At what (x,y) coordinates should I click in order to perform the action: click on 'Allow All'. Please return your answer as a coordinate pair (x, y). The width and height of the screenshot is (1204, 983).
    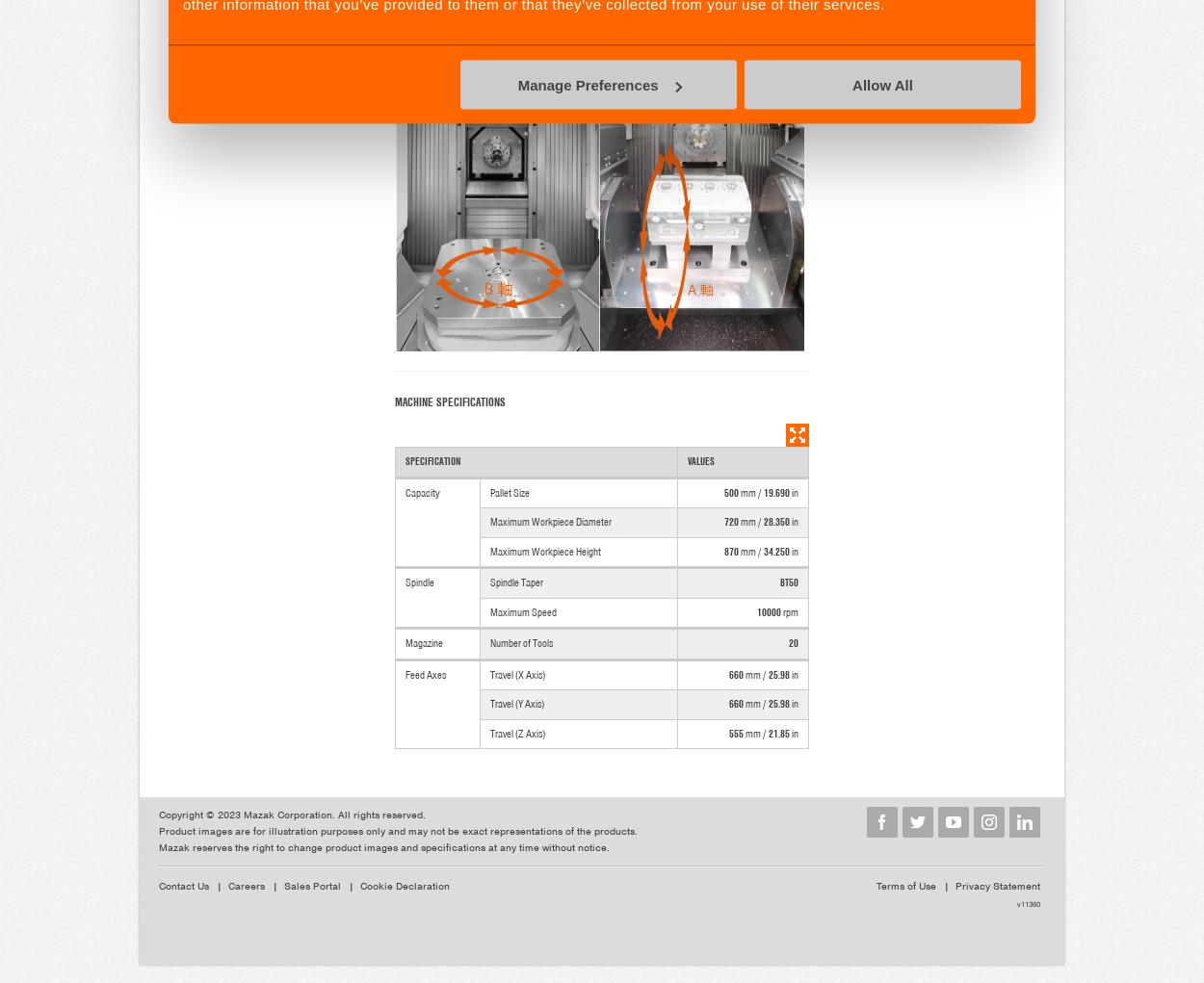
    Looking at the image, I should click on (882, 83).